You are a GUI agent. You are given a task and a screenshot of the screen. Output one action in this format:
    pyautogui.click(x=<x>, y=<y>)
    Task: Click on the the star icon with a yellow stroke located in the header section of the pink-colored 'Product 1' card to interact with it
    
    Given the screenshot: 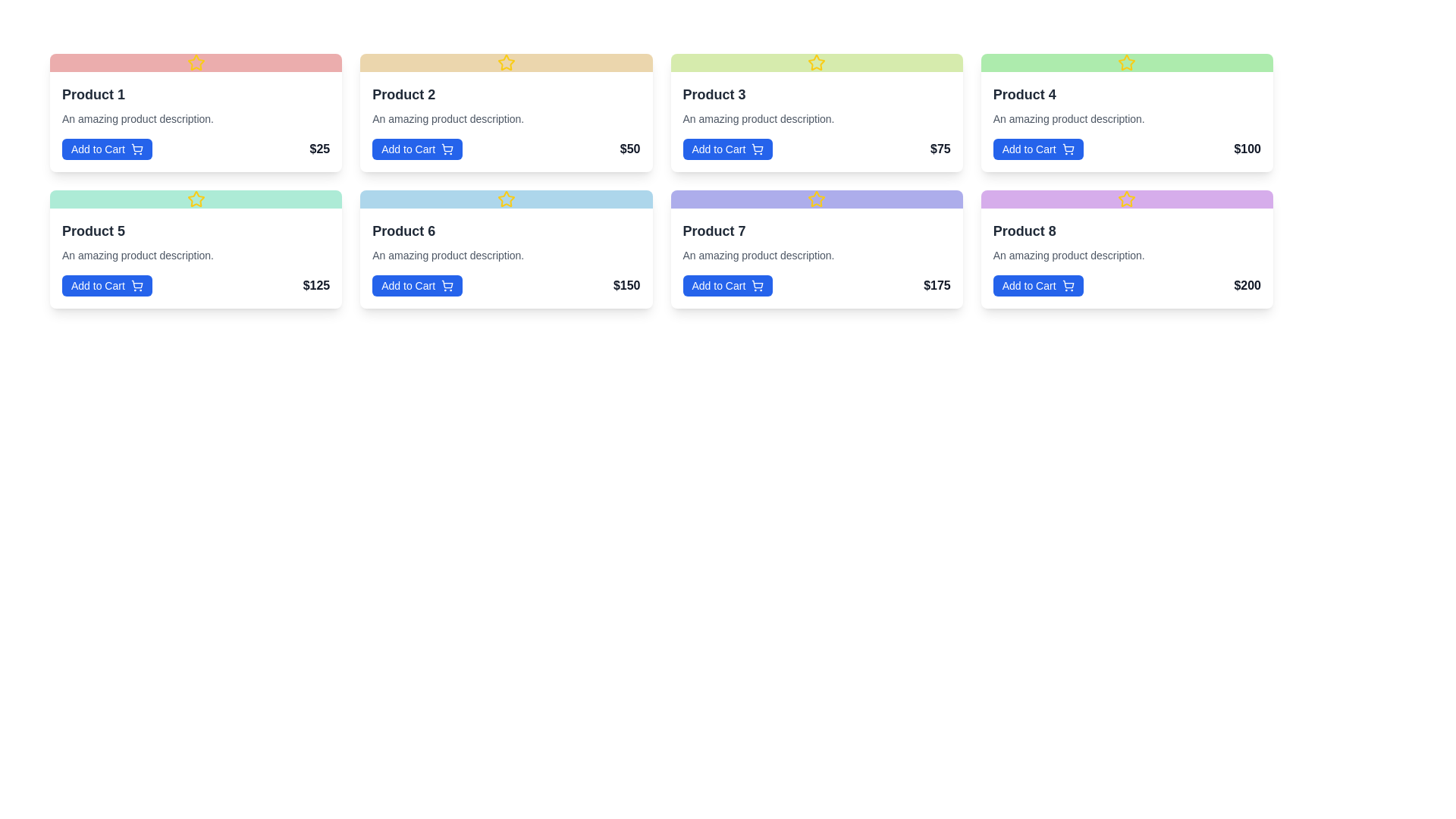 What is the action you would take?
    pyautogui.click(x=195, y=61)
    